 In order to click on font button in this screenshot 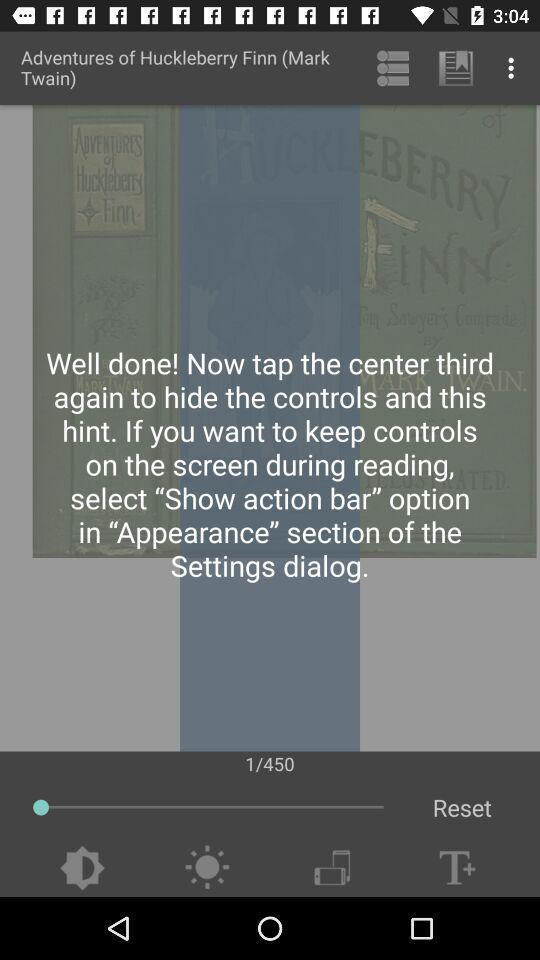, I will do `click(457, 867)`.